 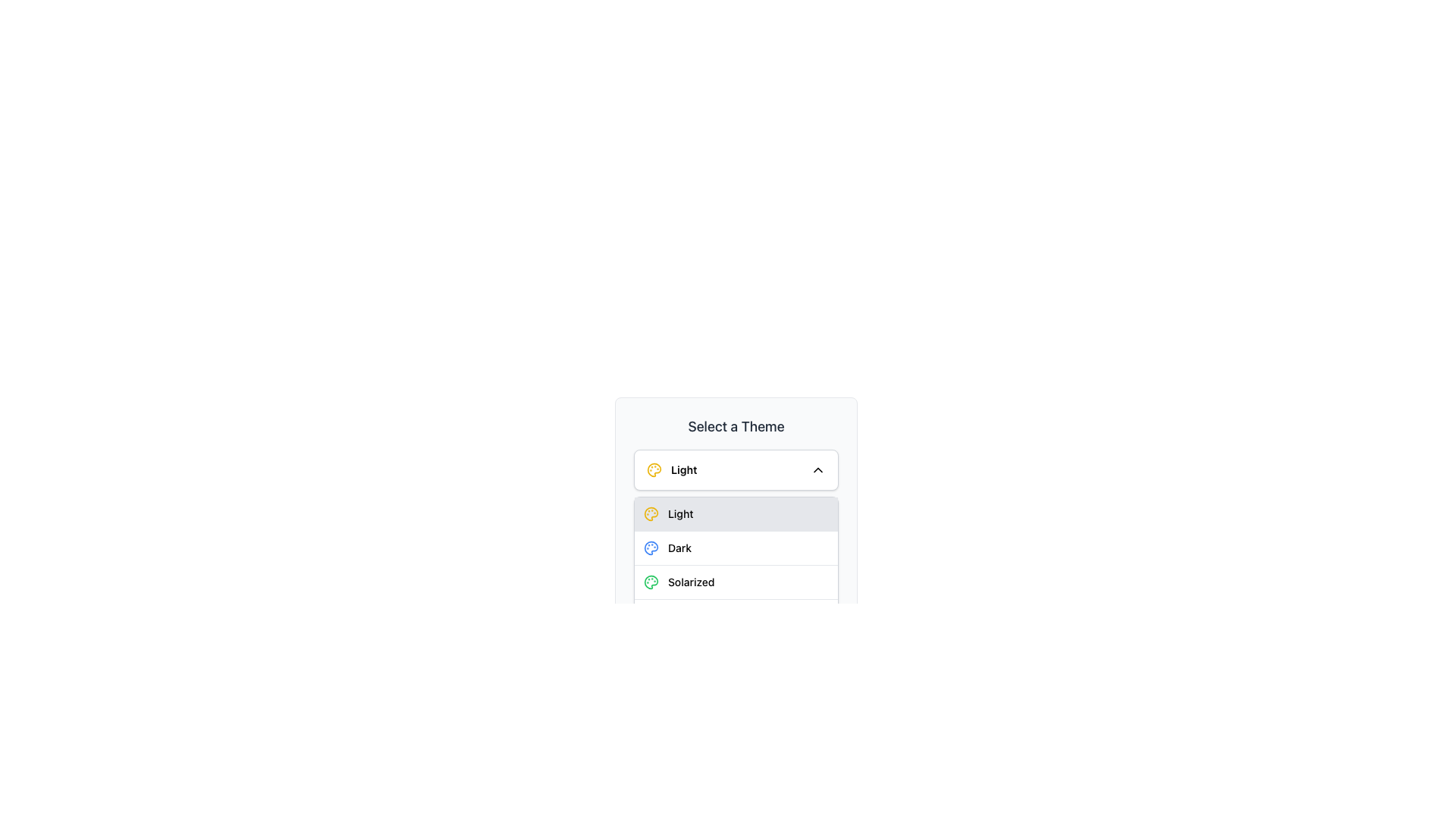 I want to click on the downward-pointing chevron icon next to the text 'Light', so click(x=817, y=469).